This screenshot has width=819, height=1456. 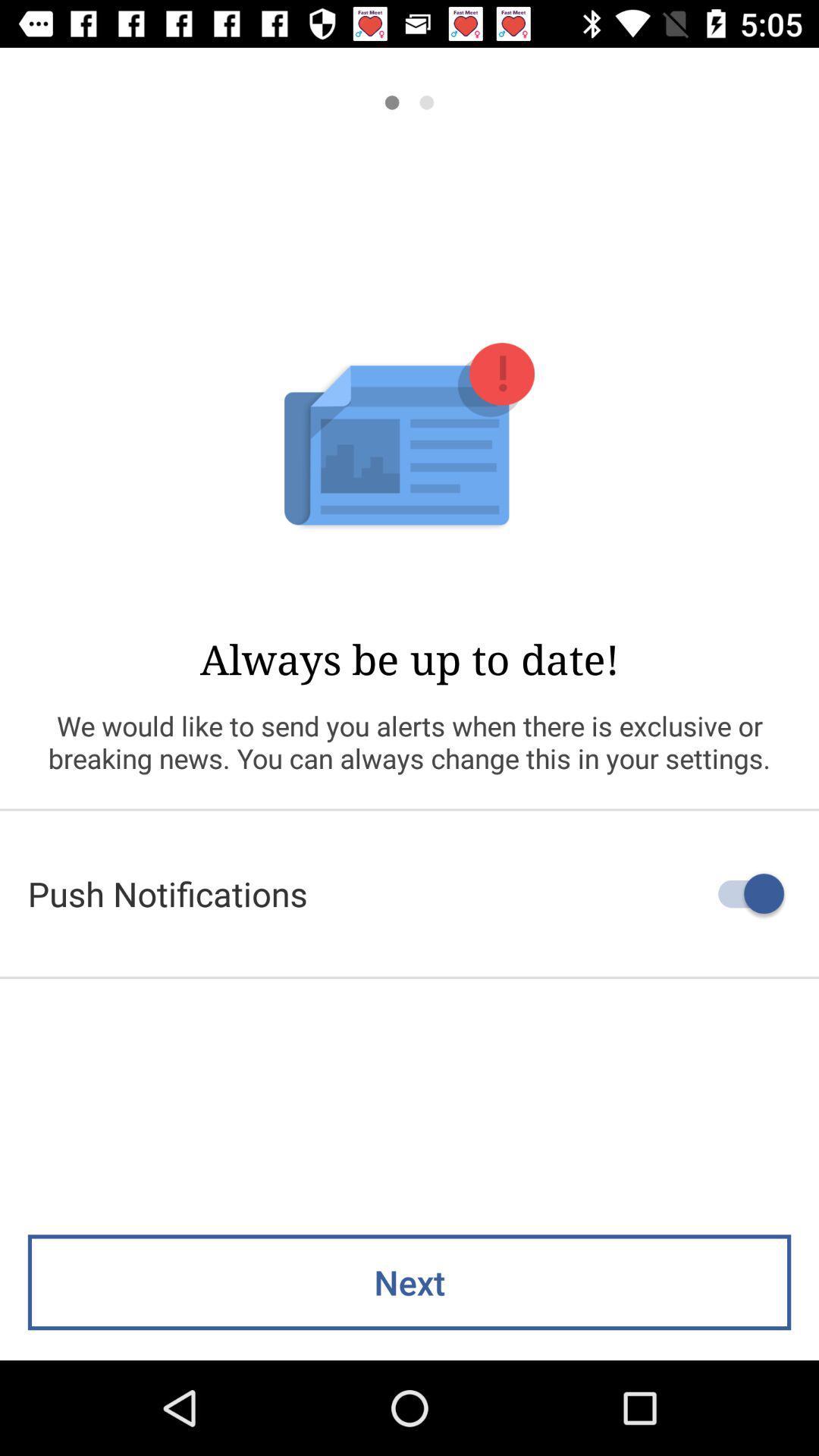 What do you see at coordinates (409, 1282) in the screenshot?
I see `the next icon` at bounding box center [409, 1282].